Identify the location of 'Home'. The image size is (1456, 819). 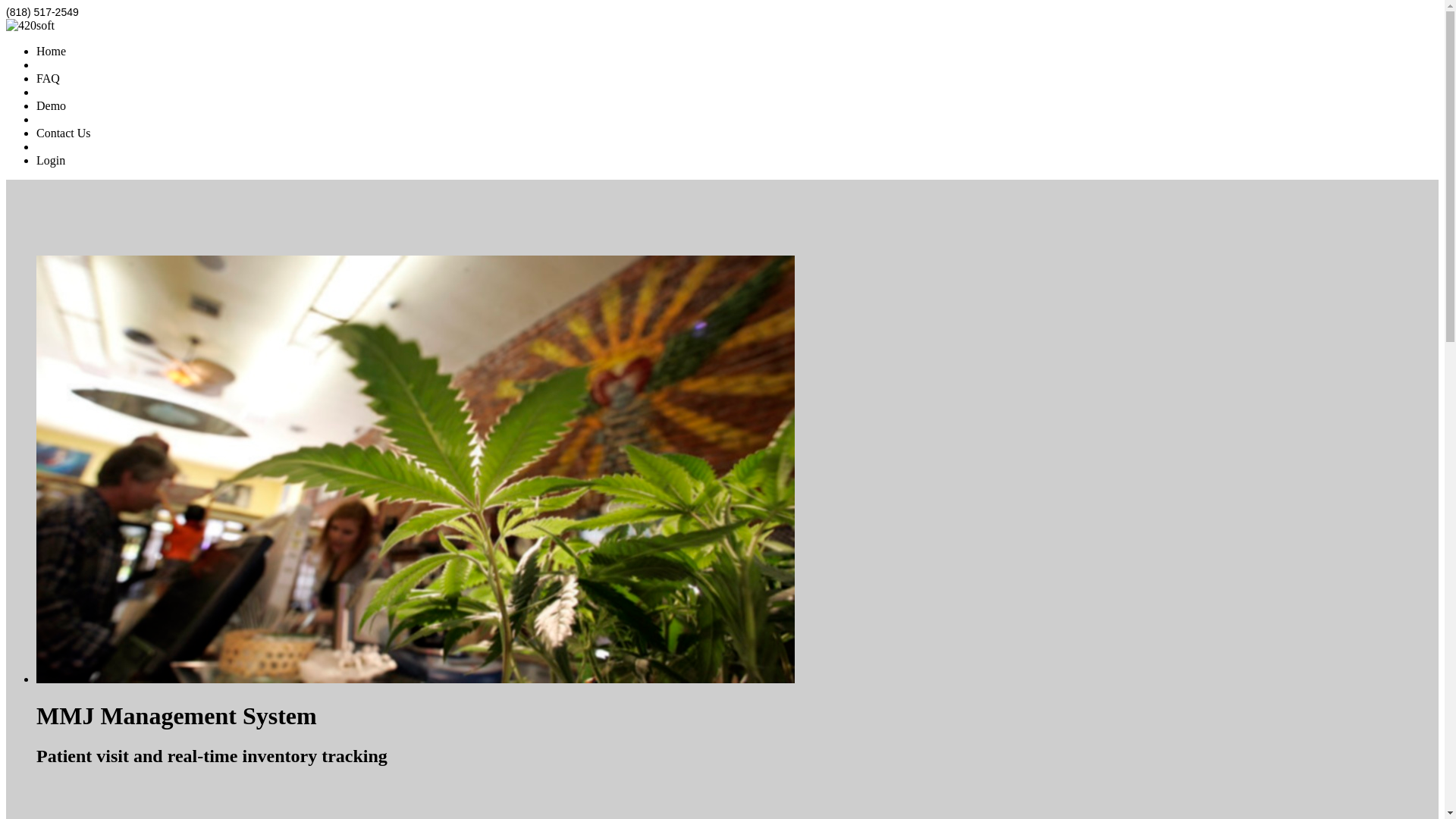
(51, 50).